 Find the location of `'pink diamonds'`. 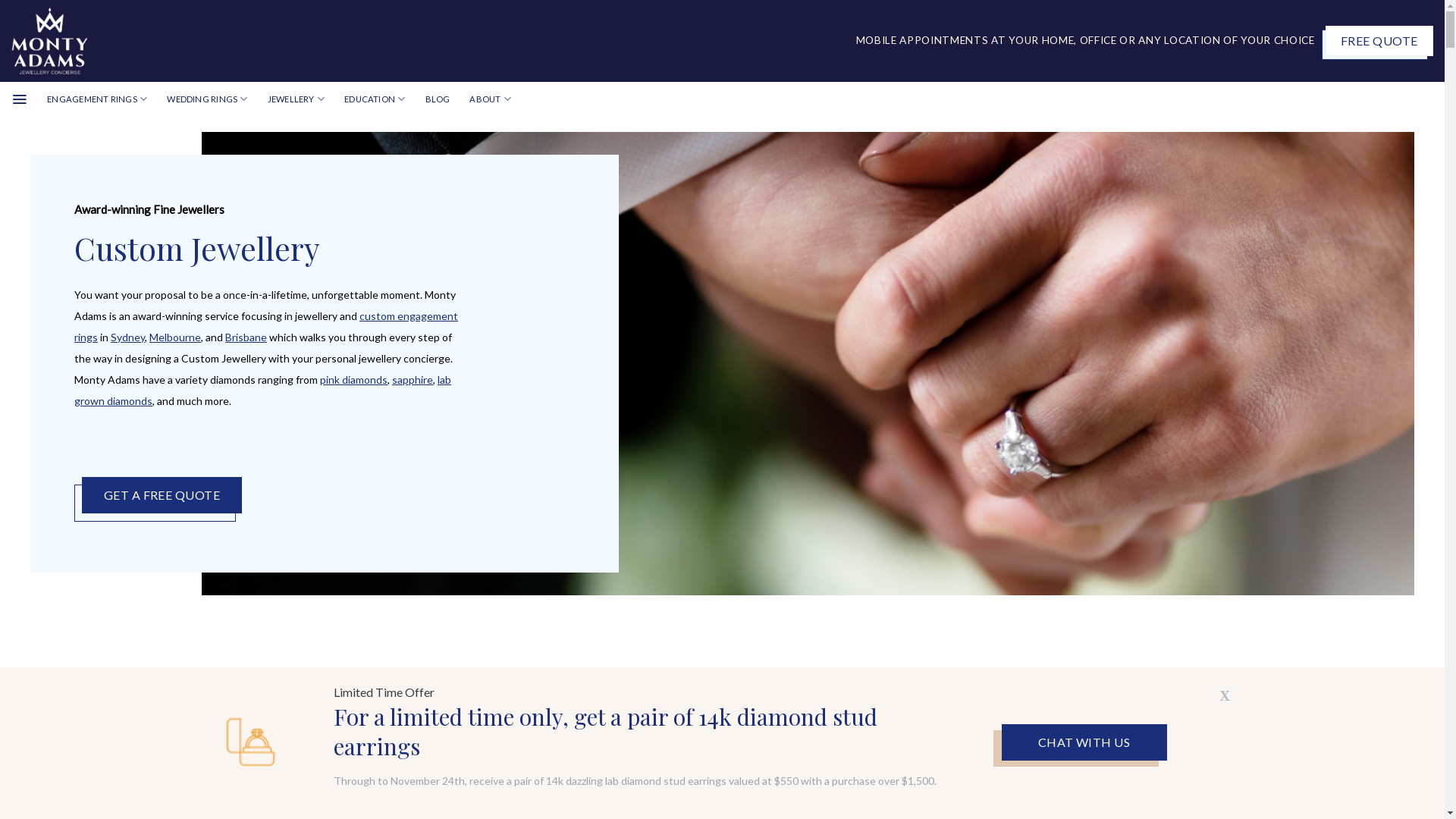

'pink diamonds' is located at coordinates (353, 378).